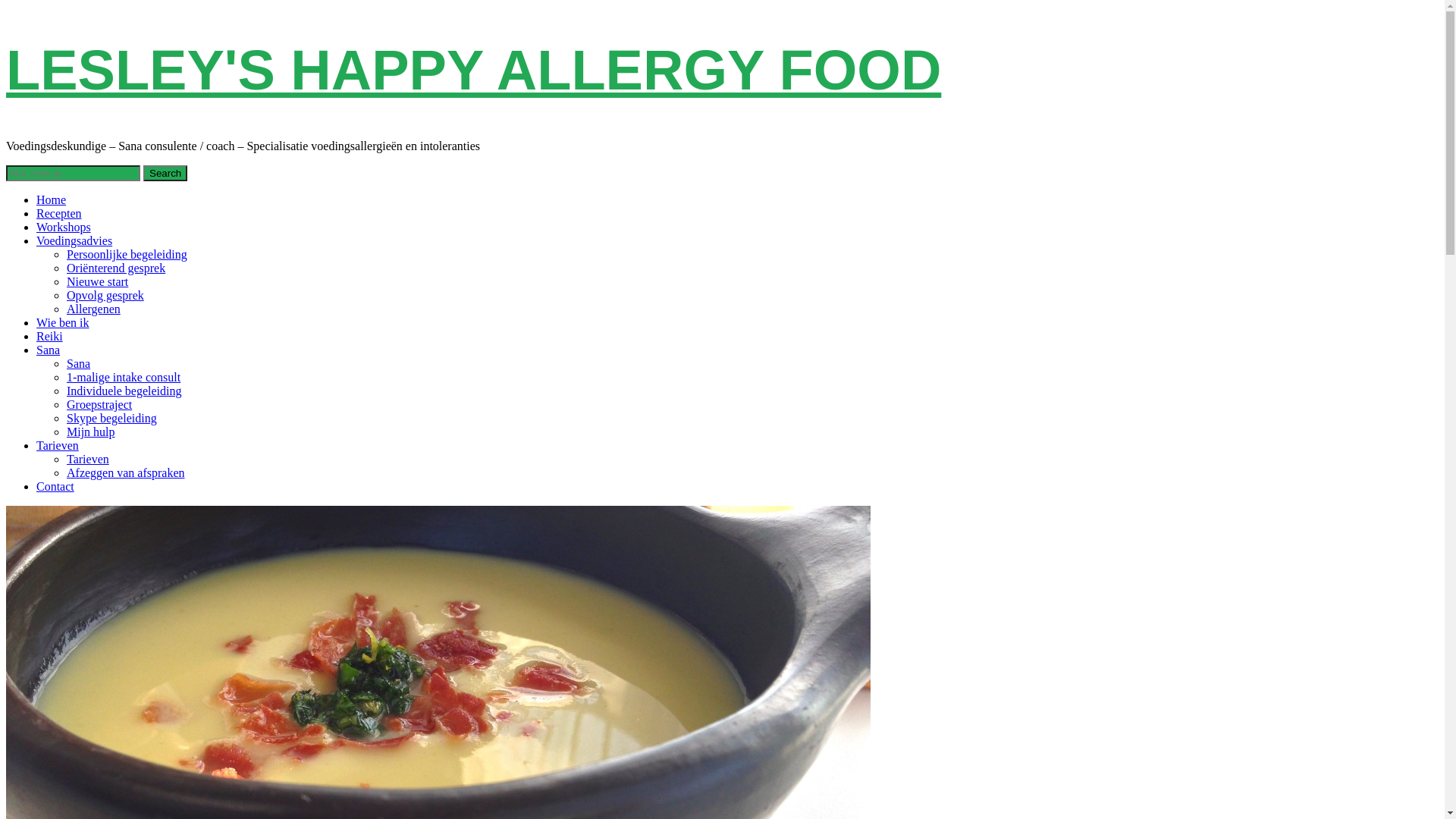 The image size is (1456, 819). What do you see at coordinates (93, 308) in the screenshot?
I see `'Allergenen'` at bounding box center [93, 308].